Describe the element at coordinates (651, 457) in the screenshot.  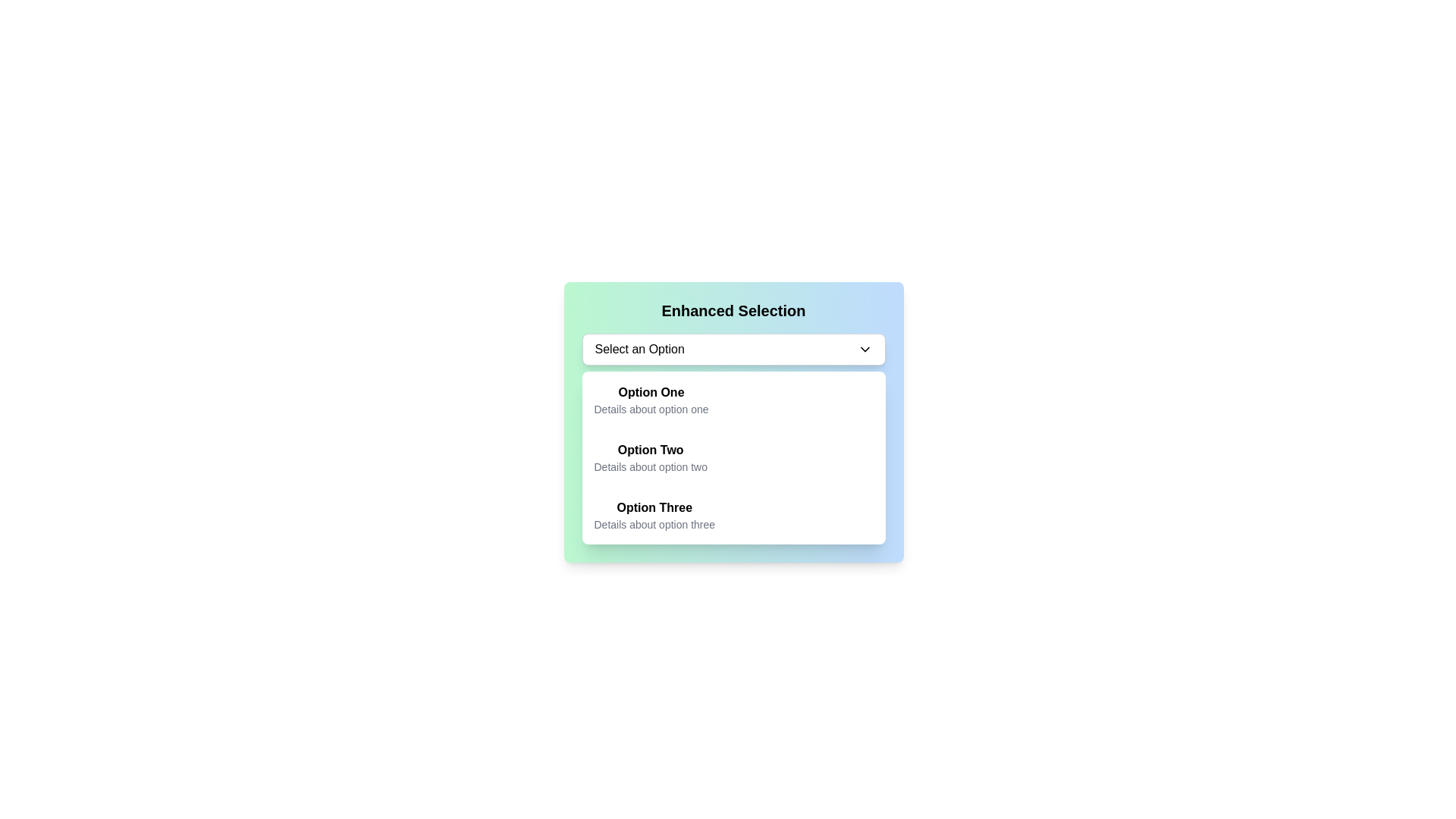
I see `the second item in the dropdown menu, which is located between 'Option One' and 'Option Three'` at that location.